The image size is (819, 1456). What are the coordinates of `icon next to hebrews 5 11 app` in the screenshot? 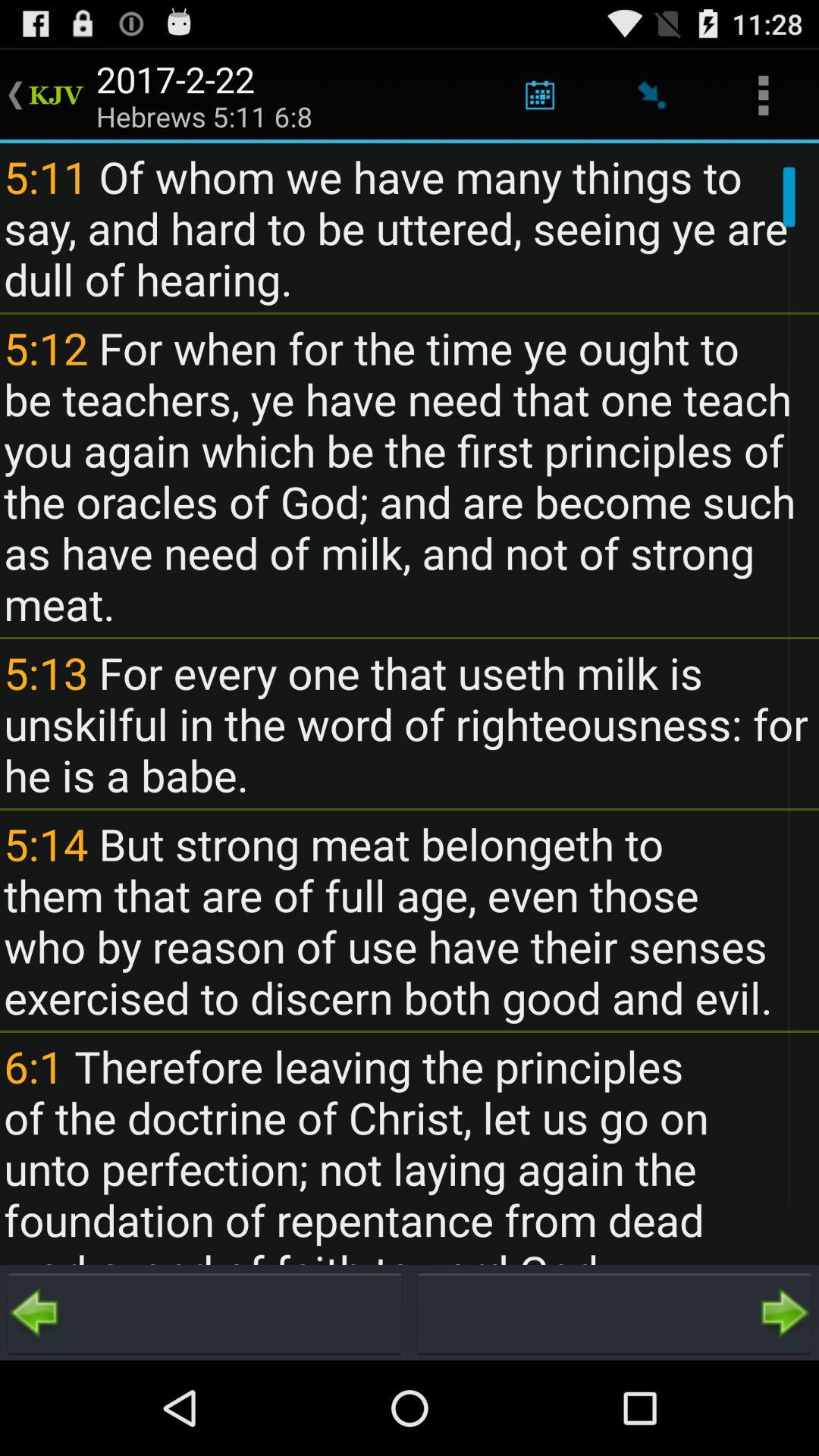 It's located at (539, 94).